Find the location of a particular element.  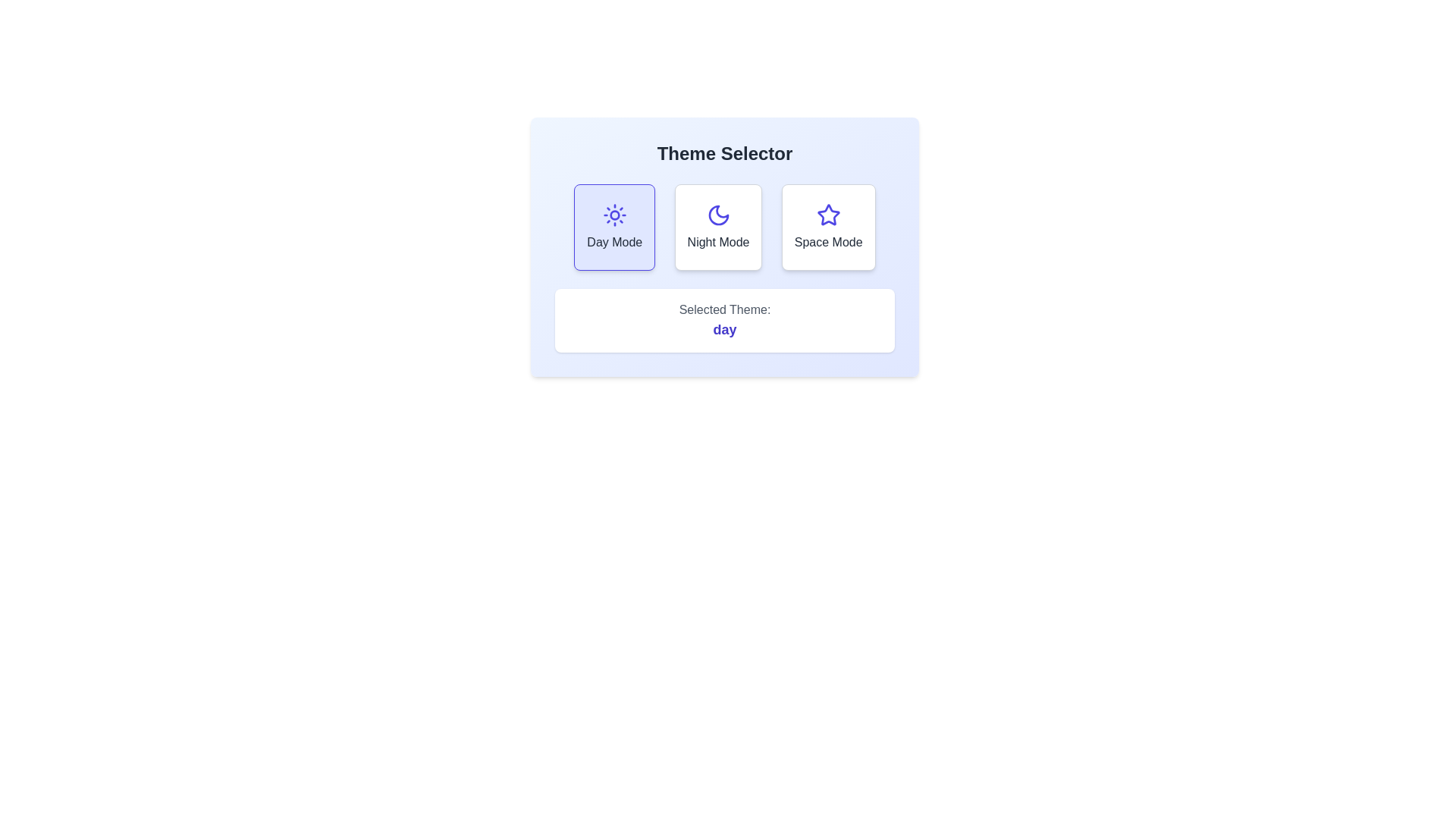

the central circular decorative element of the sun icon in the 'Day Mode' button, which is the first option in the theme selector interface is located at coordinates (614, 215).